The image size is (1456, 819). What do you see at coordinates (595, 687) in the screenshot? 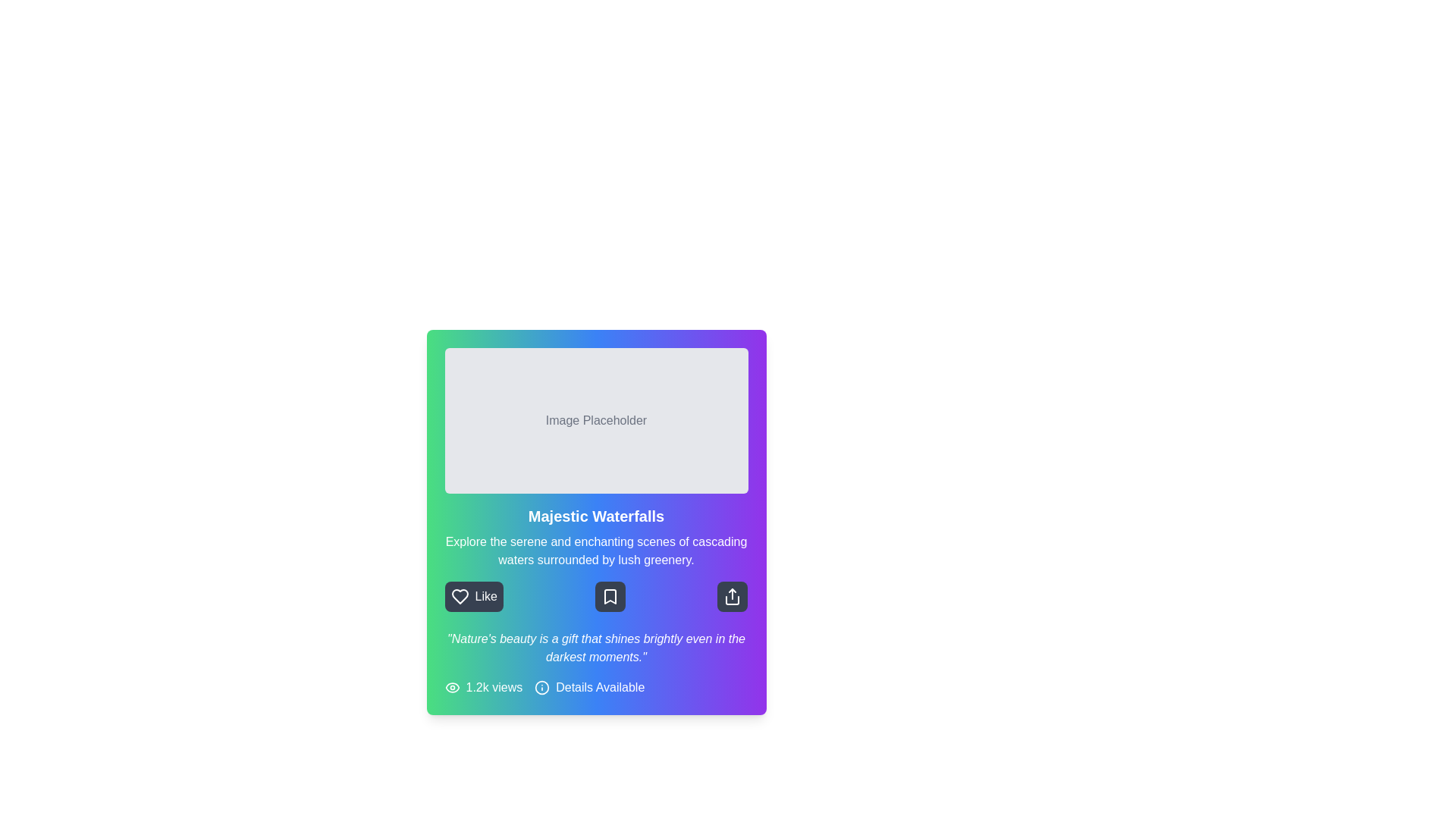
I see `the 'Details Available' icon of the Informative text located at the bottom of the card section` at bounding box center [595, 687].